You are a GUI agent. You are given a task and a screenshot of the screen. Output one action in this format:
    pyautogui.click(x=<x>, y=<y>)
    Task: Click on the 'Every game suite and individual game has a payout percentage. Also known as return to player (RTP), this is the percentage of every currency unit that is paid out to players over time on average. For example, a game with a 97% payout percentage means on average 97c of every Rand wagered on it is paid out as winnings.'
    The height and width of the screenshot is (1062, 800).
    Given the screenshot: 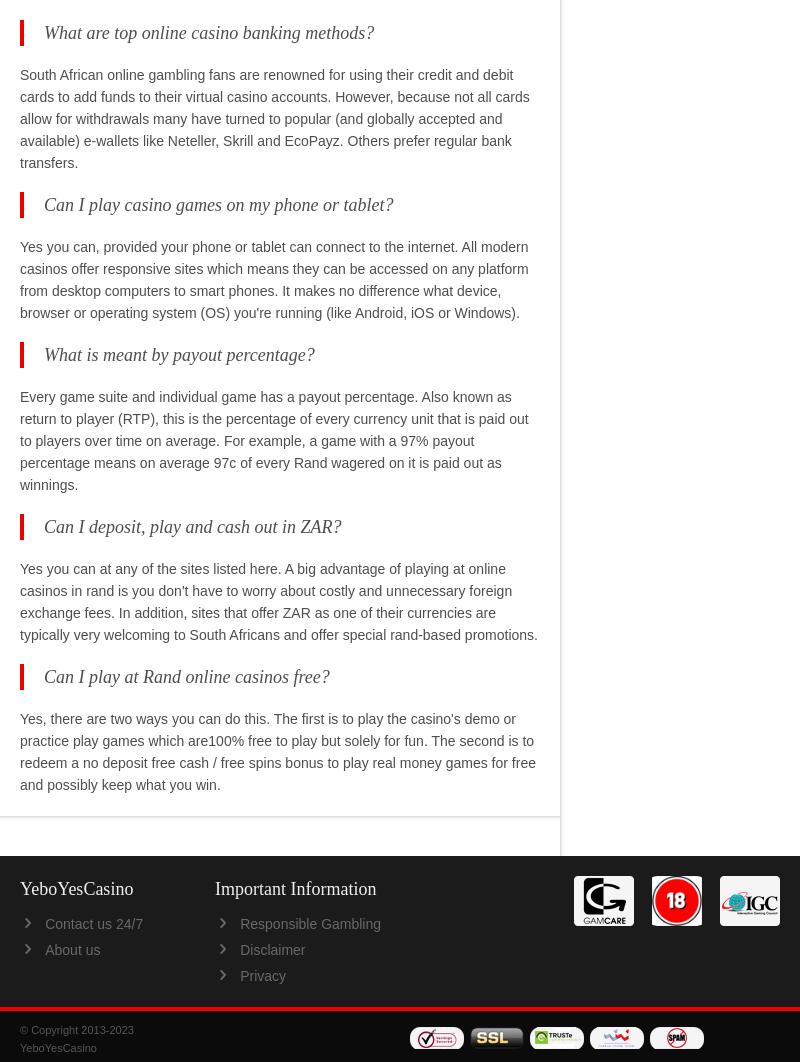 What is the action you would take?
    pyautogui.click(x=274, y=438)
    